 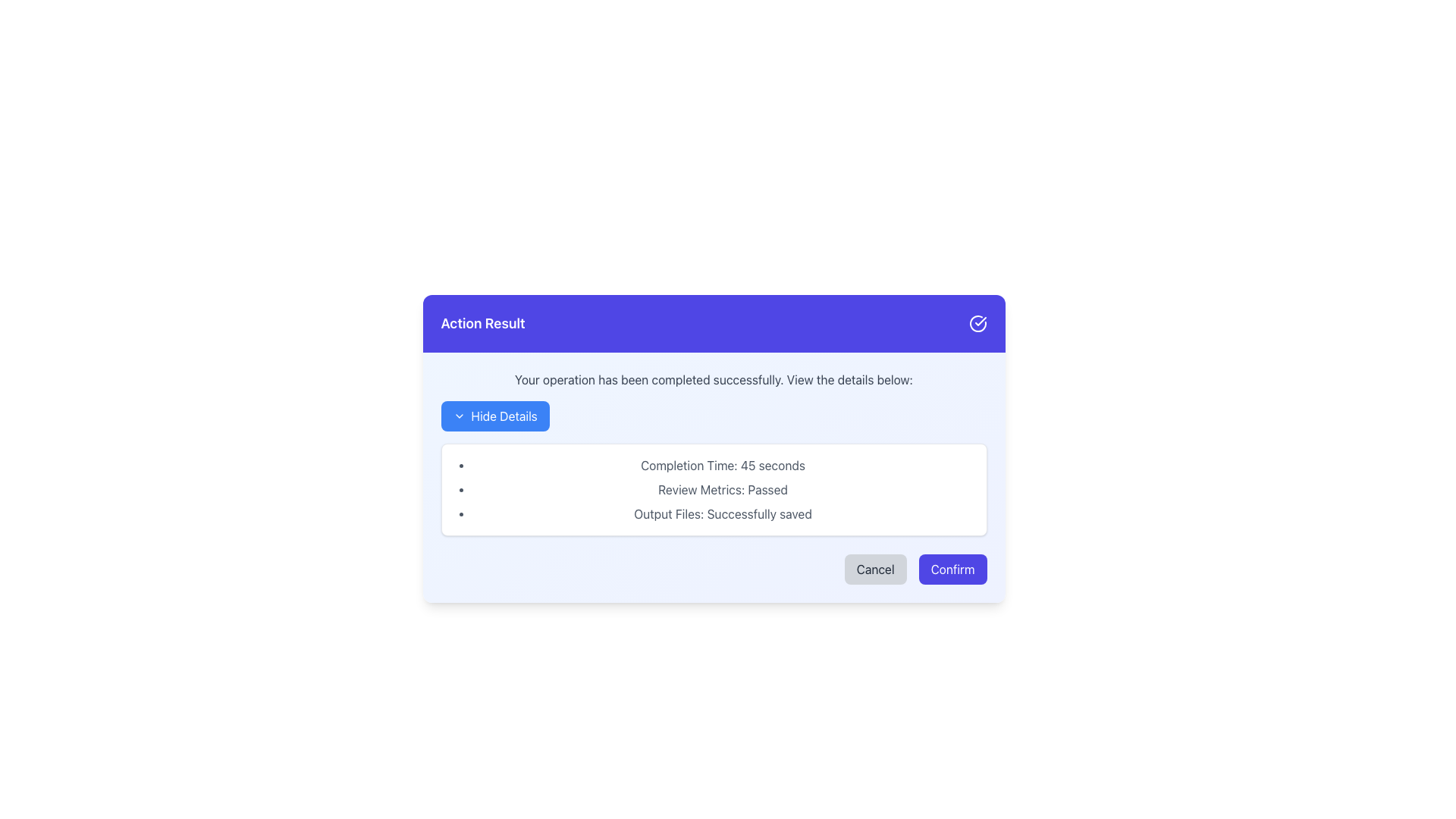 I want to click on the text label displaying 'Review Metrics: Passed', which is the second item in a vertically stacked bulleted list, positioned between 'Completion Time: 45 seconds' and 'Output Files: Successfully saved', so click(x=722, y=489).